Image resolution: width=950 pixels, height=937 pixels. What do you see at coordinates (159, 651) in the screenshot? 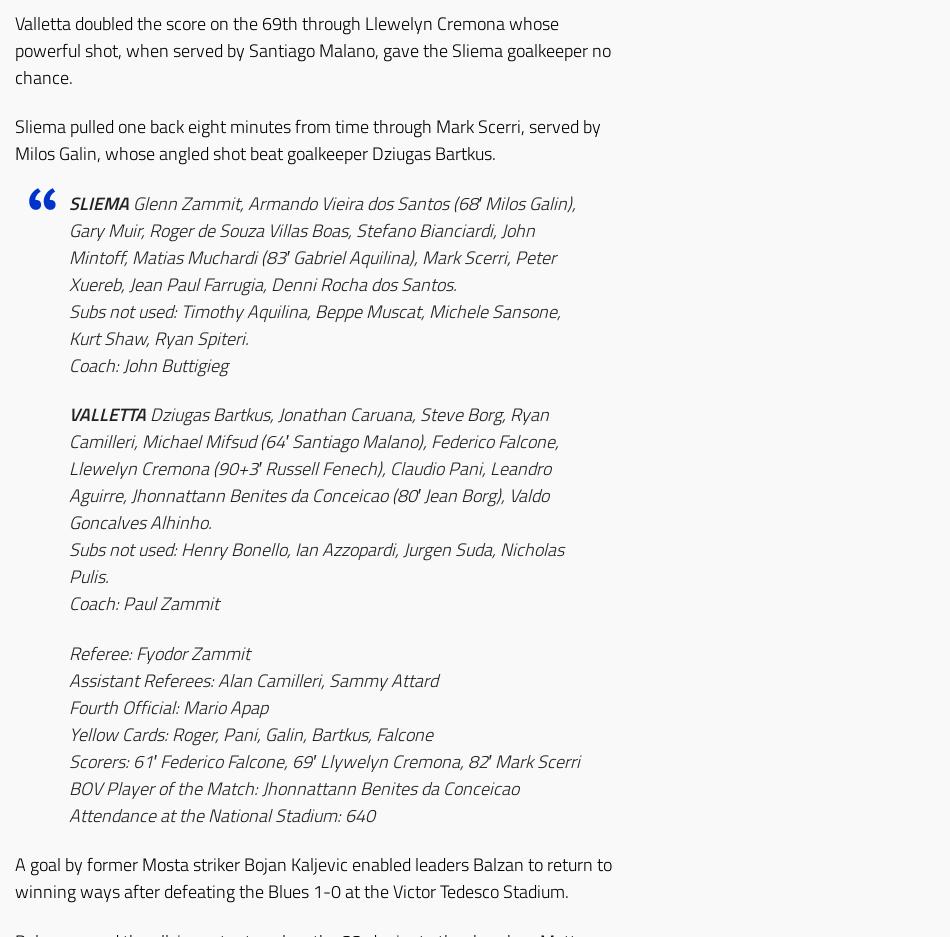
I see `'Referee: Fyodor Zammit'` at bounding box center [159, 651].